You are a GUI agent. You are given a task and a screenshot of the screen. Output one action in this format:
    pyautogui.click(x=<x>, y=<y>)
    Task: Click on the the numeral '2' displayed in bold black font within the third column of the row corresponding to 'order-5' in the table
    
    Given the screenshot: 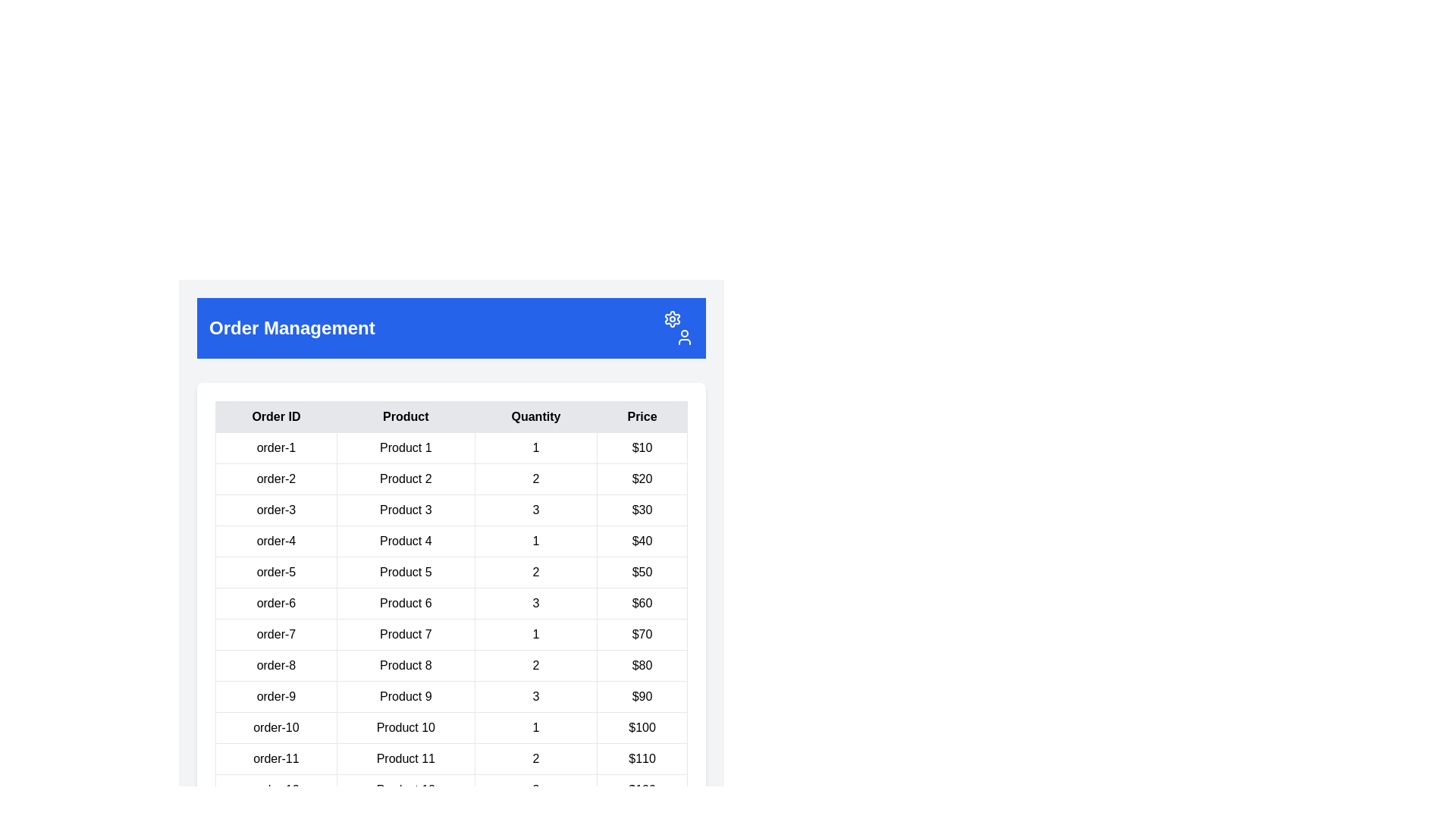 What is the action you would take?
    pyautogui.click(x=535, y=573)
    